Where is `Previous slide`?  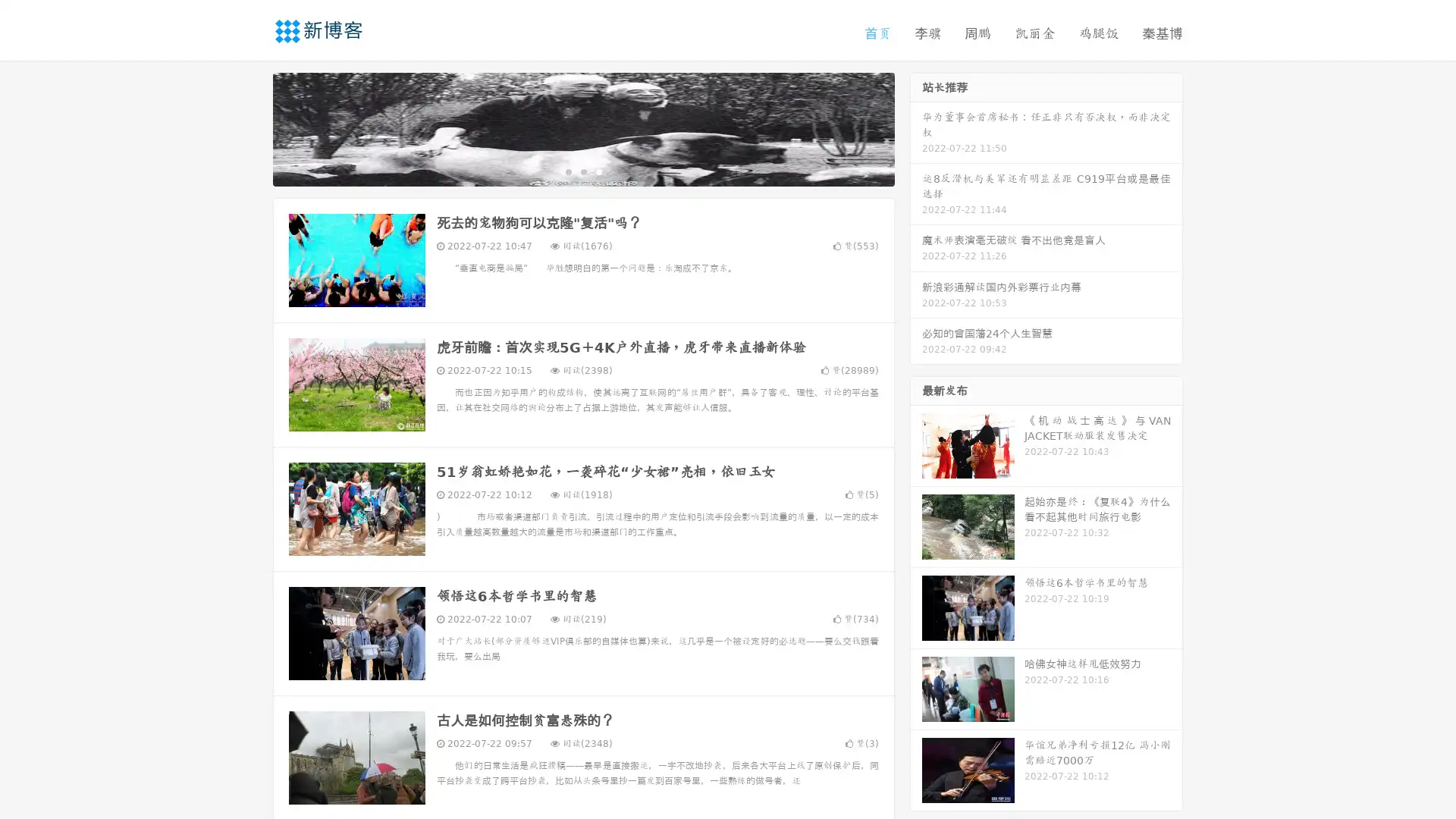
Previous slide is located at coordinates (250, 127).